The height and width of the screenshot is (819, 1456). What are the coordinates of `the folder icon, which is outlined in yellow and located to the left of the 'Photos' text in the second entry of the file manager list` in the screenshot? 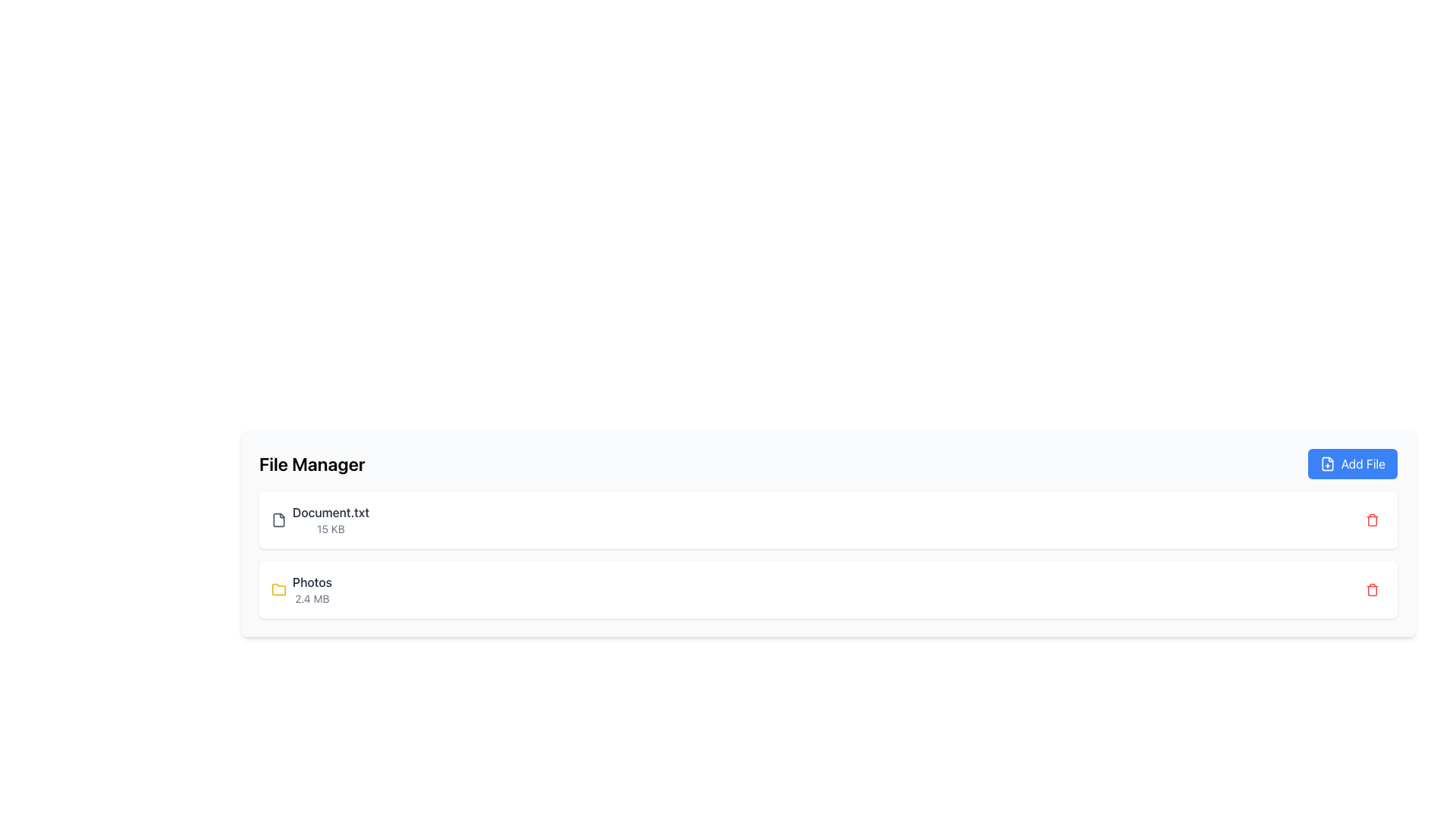 It's located at (279, 589).